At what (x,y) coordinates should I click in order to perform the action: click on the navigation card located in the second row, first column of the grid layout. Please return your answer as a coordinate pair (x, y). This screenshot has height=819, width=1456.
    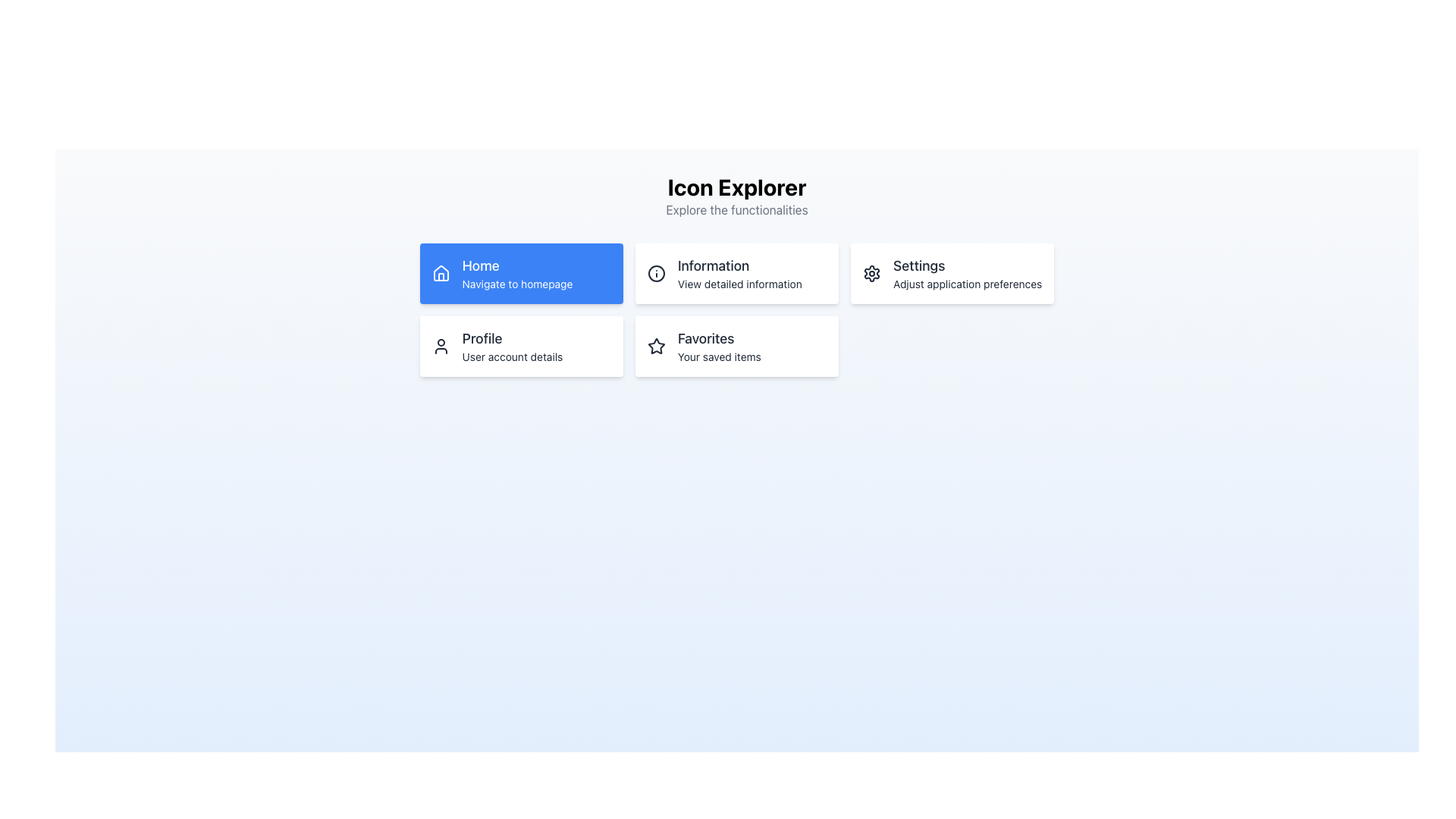
    Looking at the image, I should click on (521, 346).